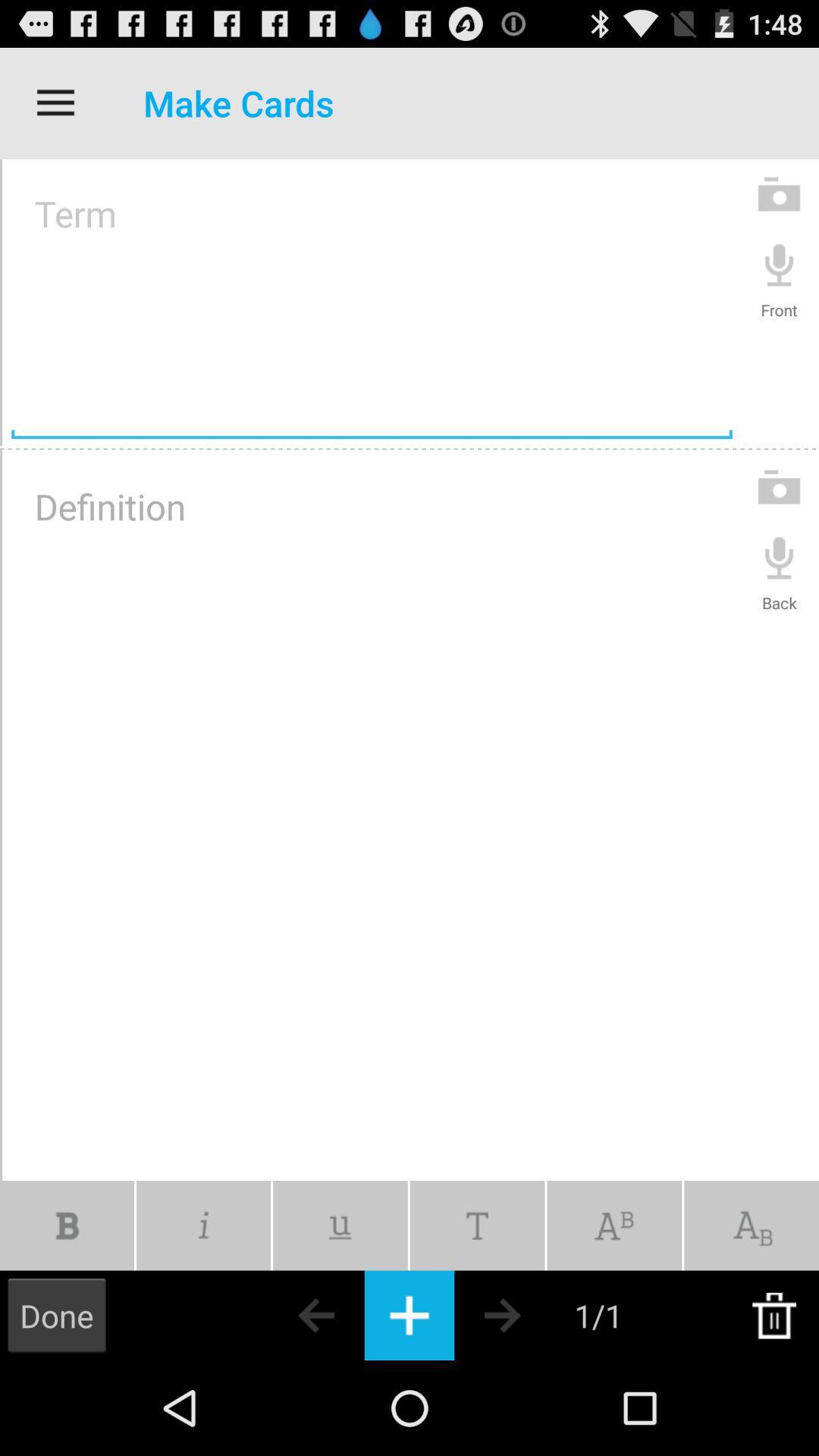  Describe the element at coordinates (55, 1314) in the screenshot. I see `the done` at that location.